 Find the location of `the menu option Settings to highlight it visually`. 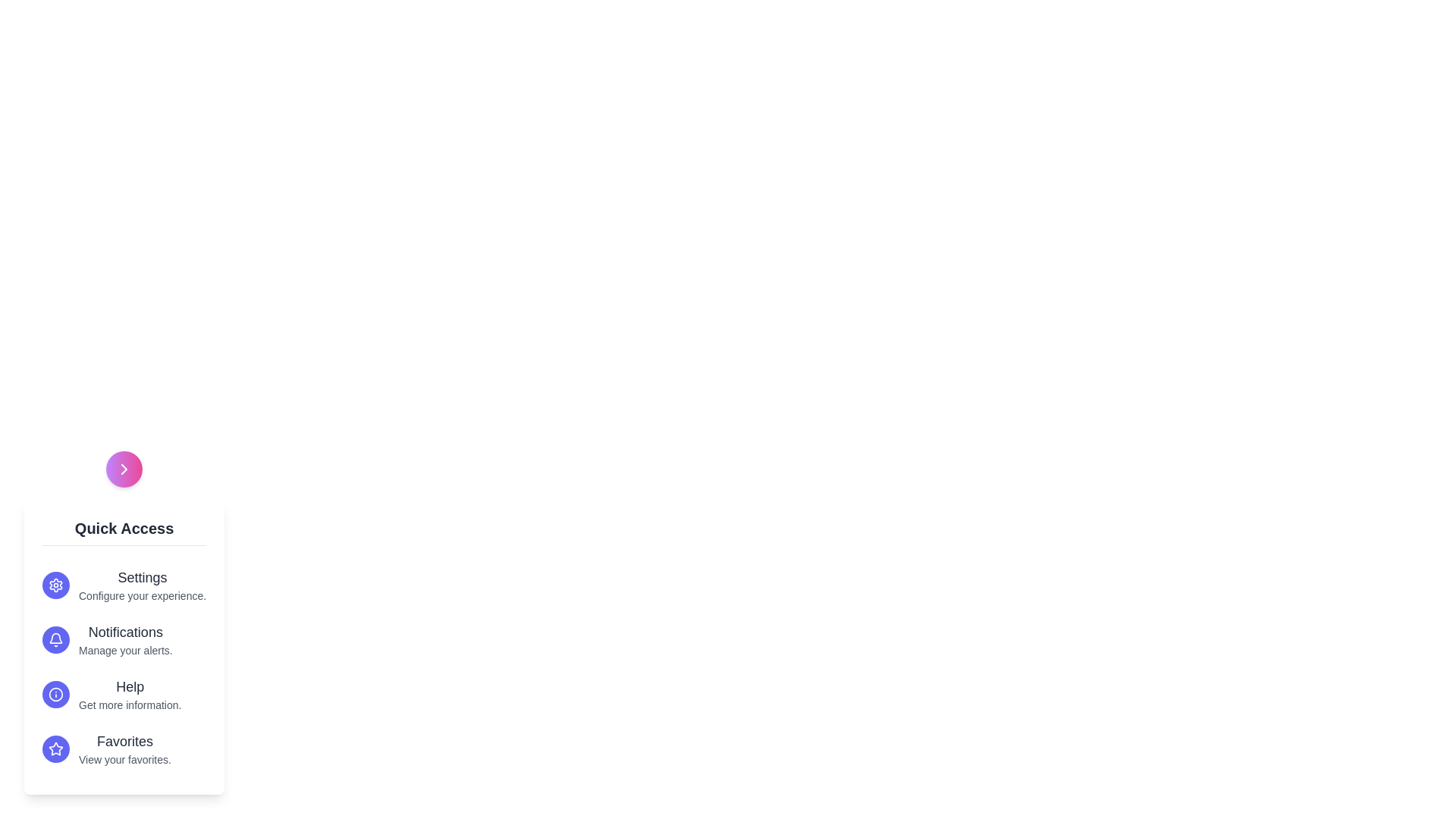

the menu option Settings to highlight it visually is located at coordinates (124, 584).